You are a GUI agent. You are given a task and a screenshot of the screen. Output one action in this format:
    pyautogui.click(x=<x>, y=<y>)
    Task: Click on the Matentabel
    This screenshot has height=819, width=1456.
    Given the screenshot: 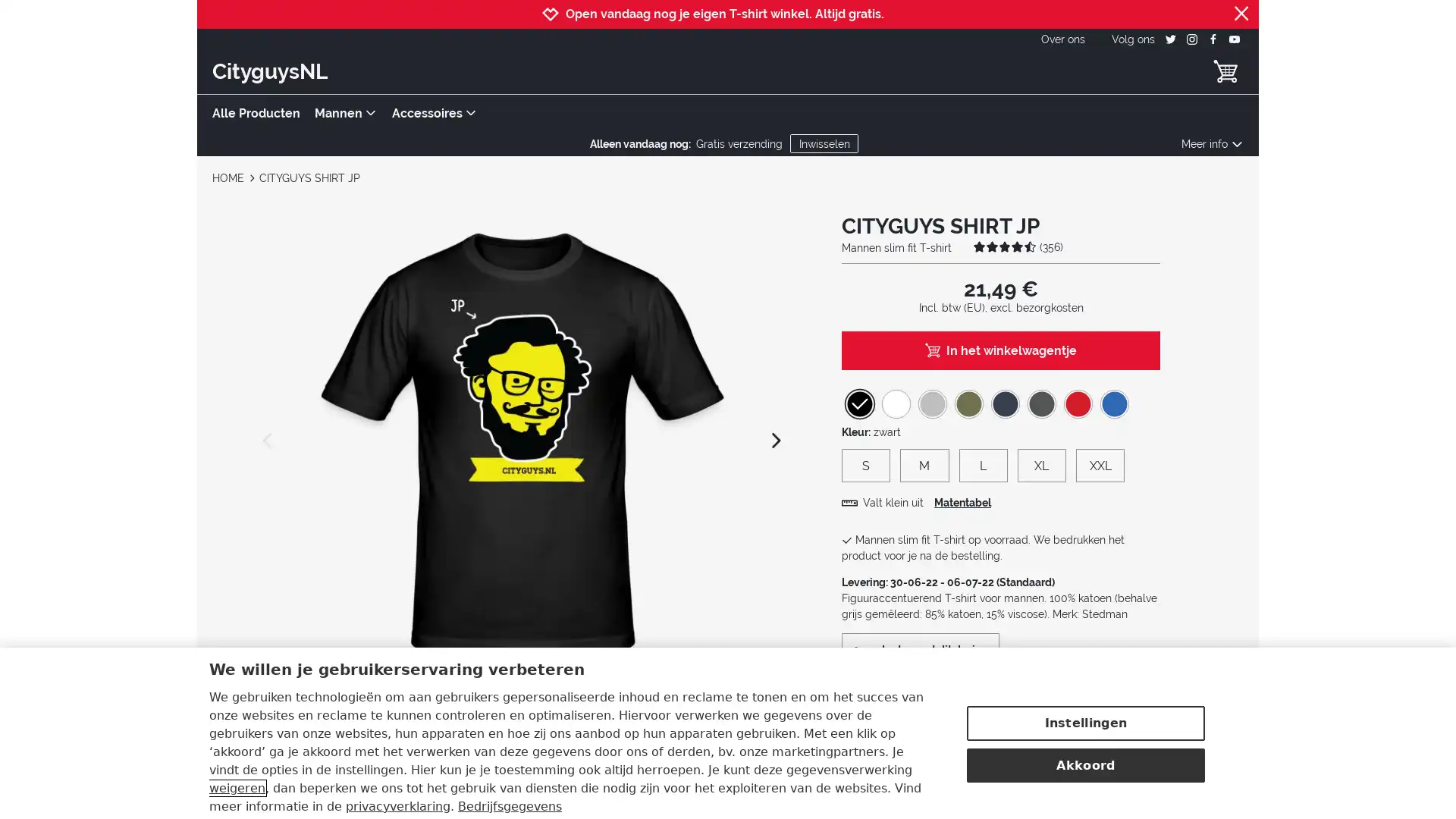 What is the action you would take?
    pyautogui.click(x=962, y=503)
    